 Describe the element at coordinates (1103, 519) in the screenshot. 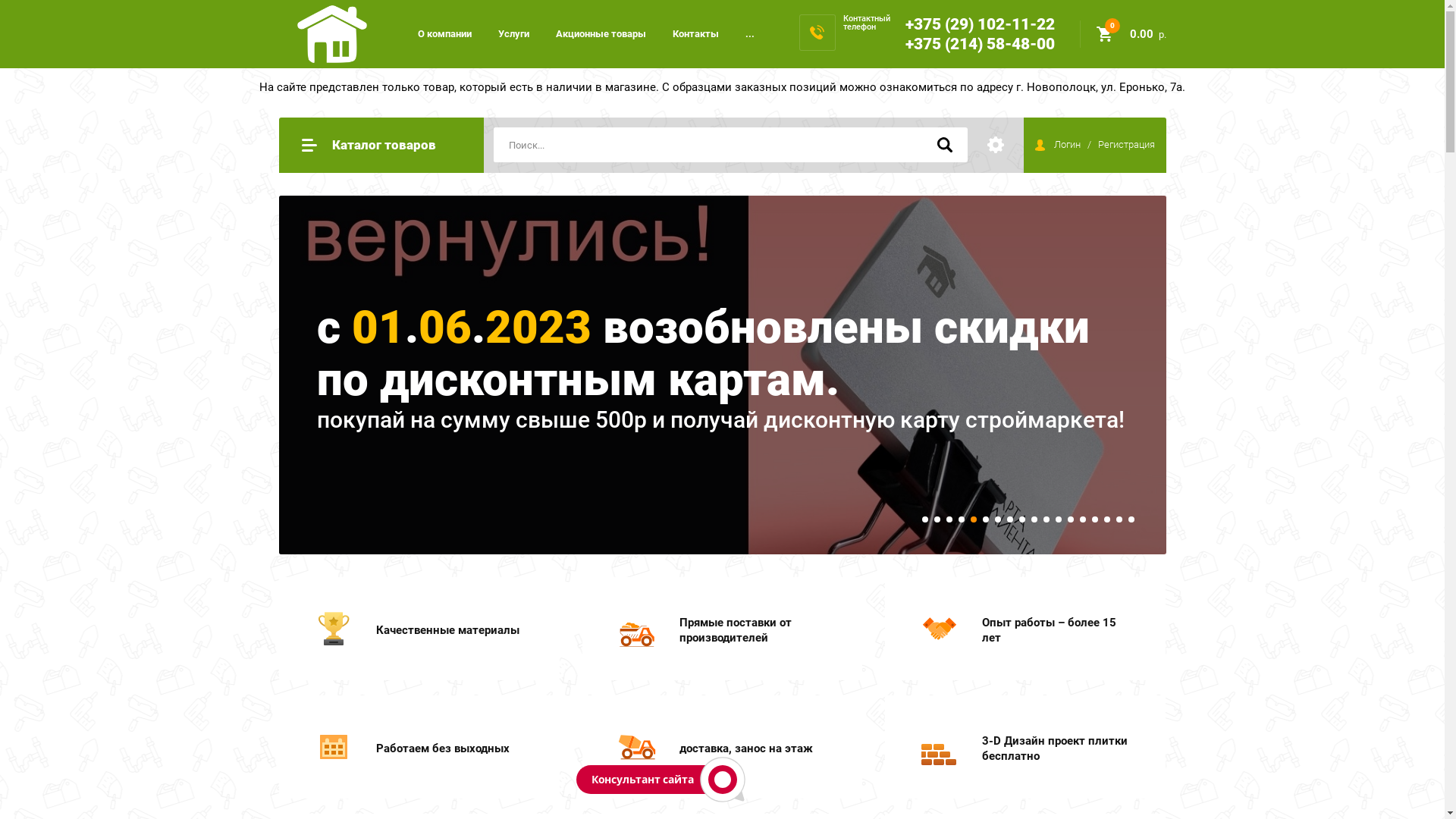

I see `'16'` at that location.